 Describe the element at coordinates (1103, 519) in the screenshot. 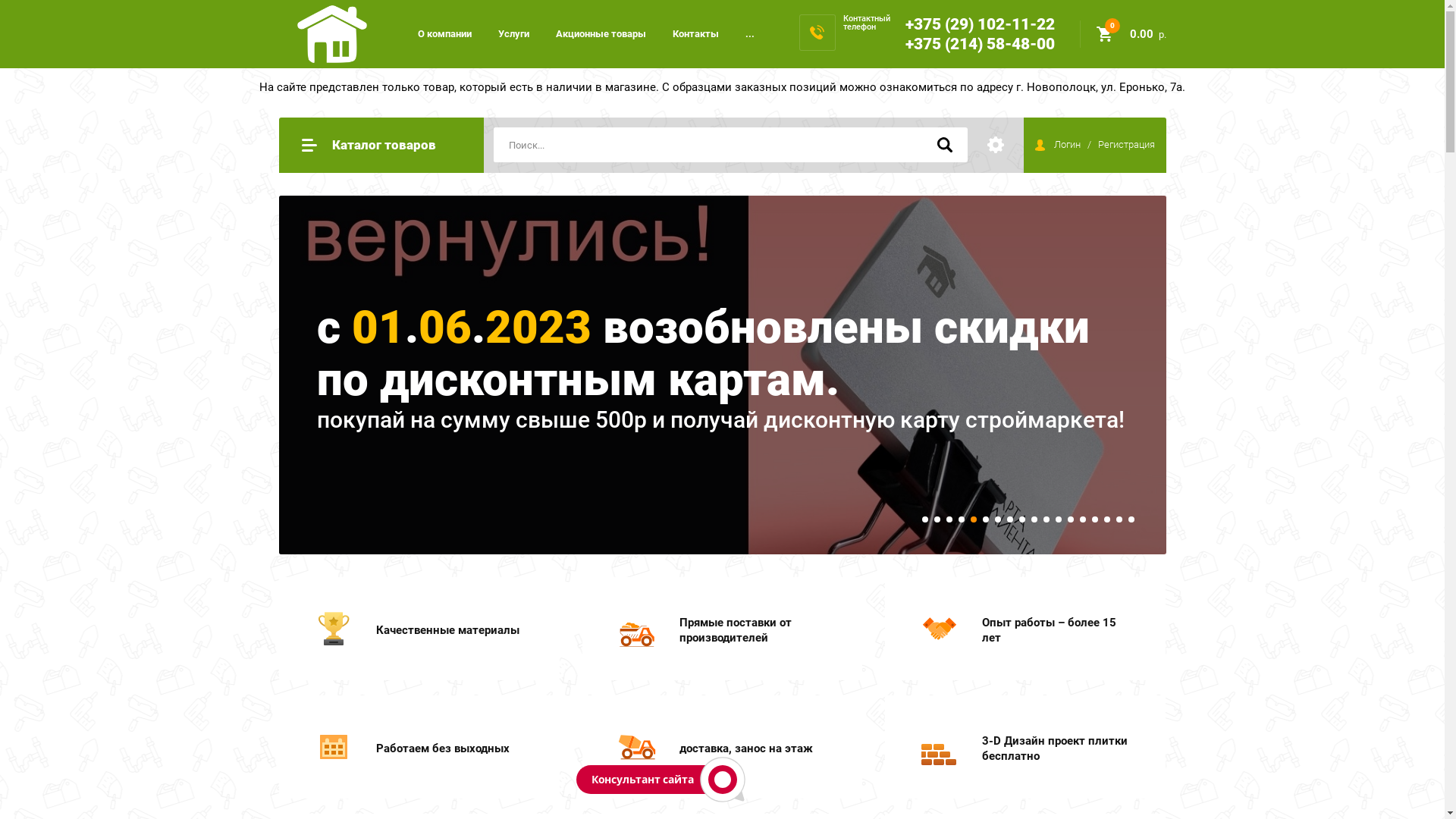

I see `'16'` at that location.